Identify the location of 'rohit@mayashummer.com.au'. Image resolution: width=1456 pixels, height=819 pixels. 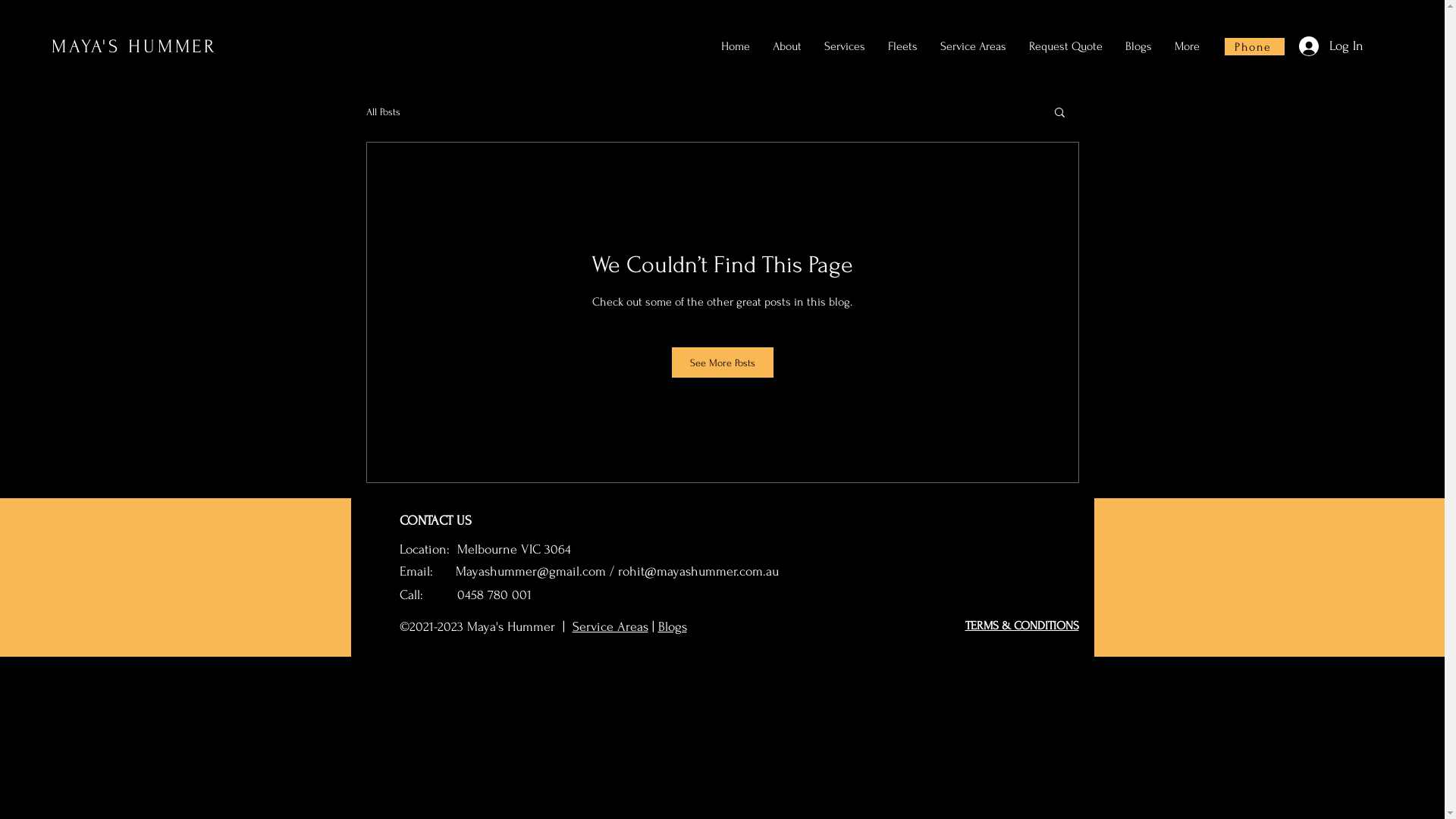
(697, 571).